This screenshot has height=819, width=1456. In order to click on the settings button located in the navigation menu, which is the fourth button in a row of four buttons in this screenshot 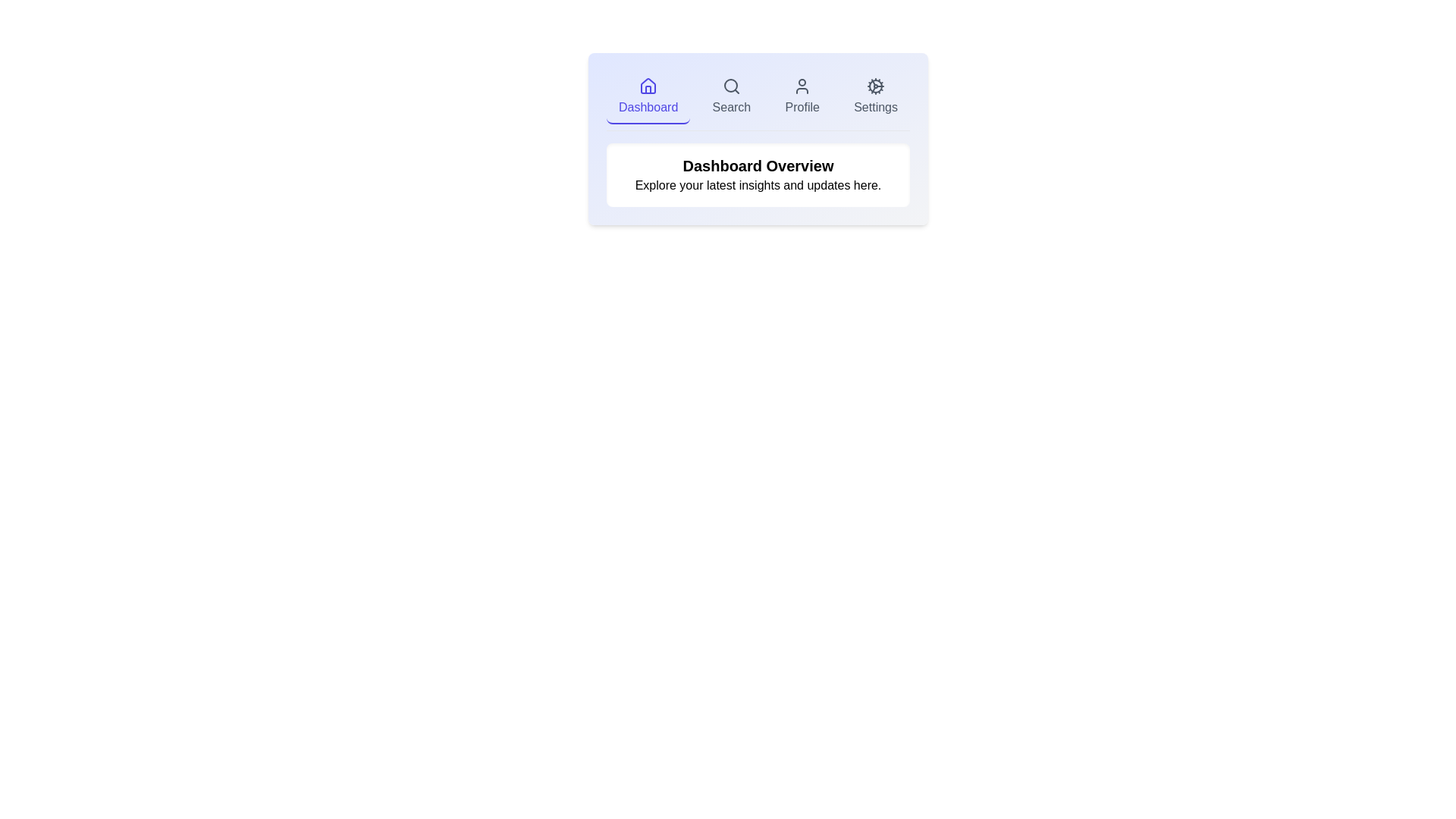, I will do `click(876, 97)`.